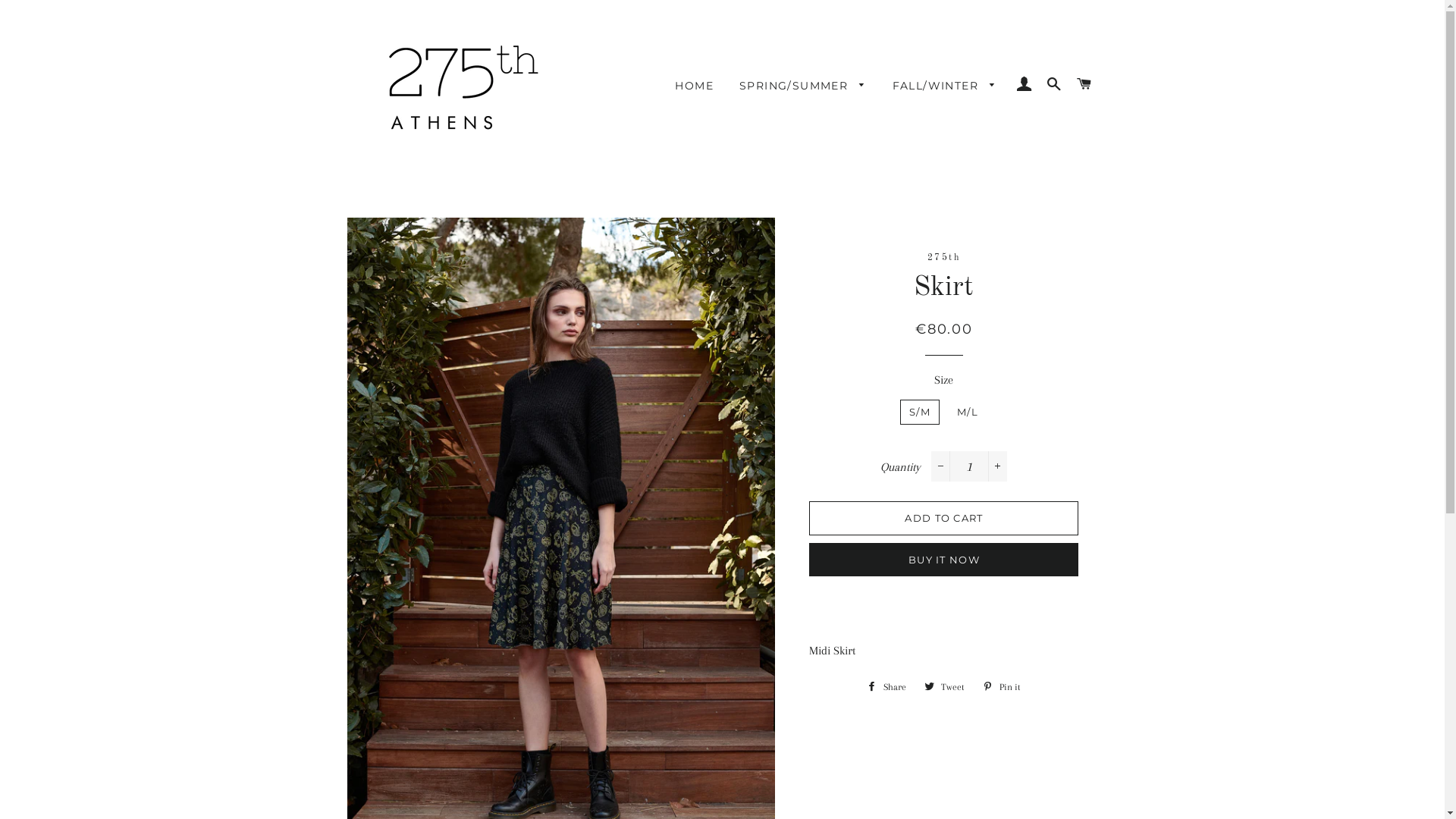 The width and height of the screenshot is (1456, 819). I want to click on 'Tweet, so click(916, 687).